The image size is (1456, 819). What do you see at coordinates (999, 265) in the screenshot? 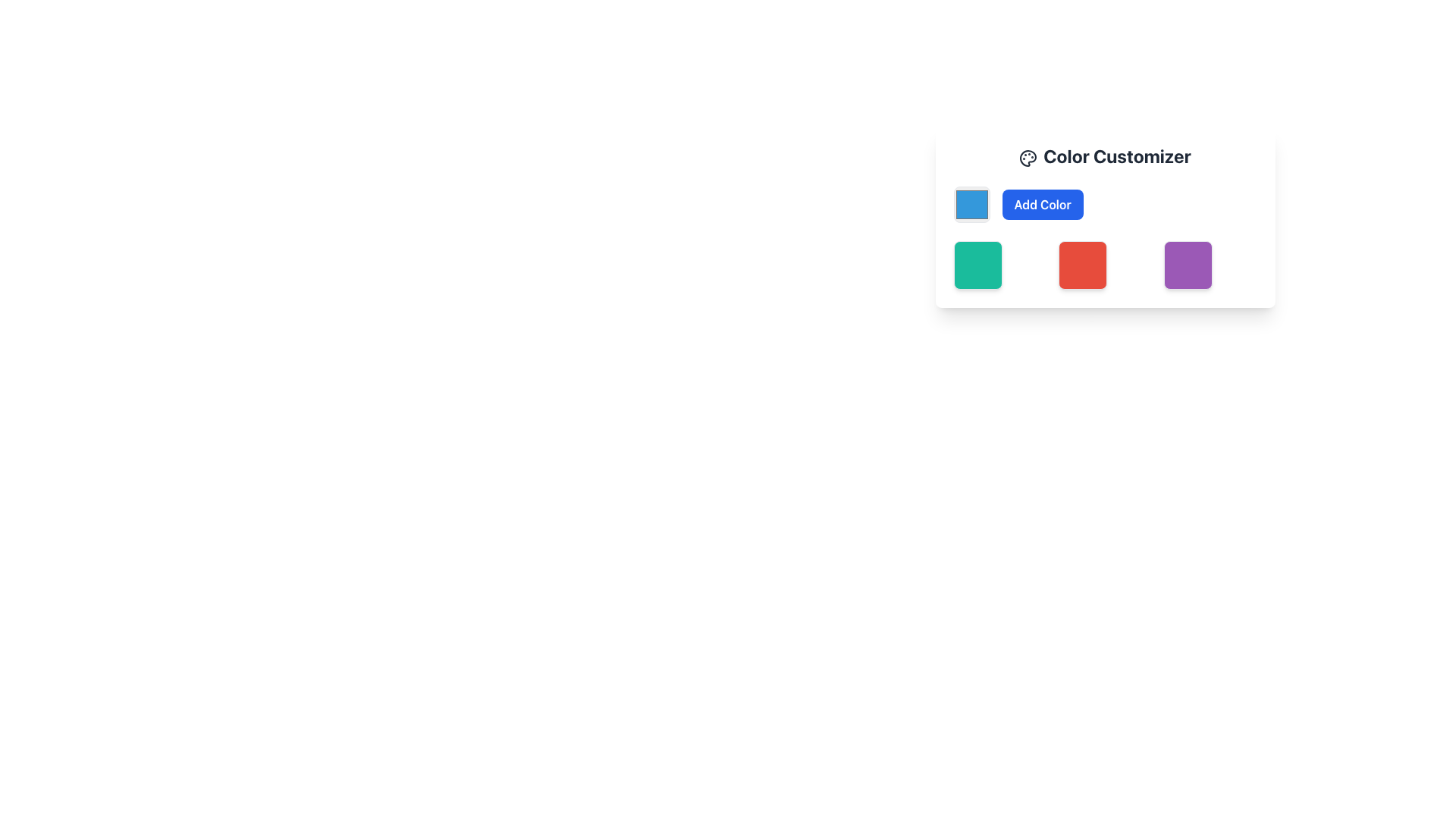
I see `the first selectable tile in the color customizer section, which has a teal background and rounded corners` at bounding box center [999, 265].